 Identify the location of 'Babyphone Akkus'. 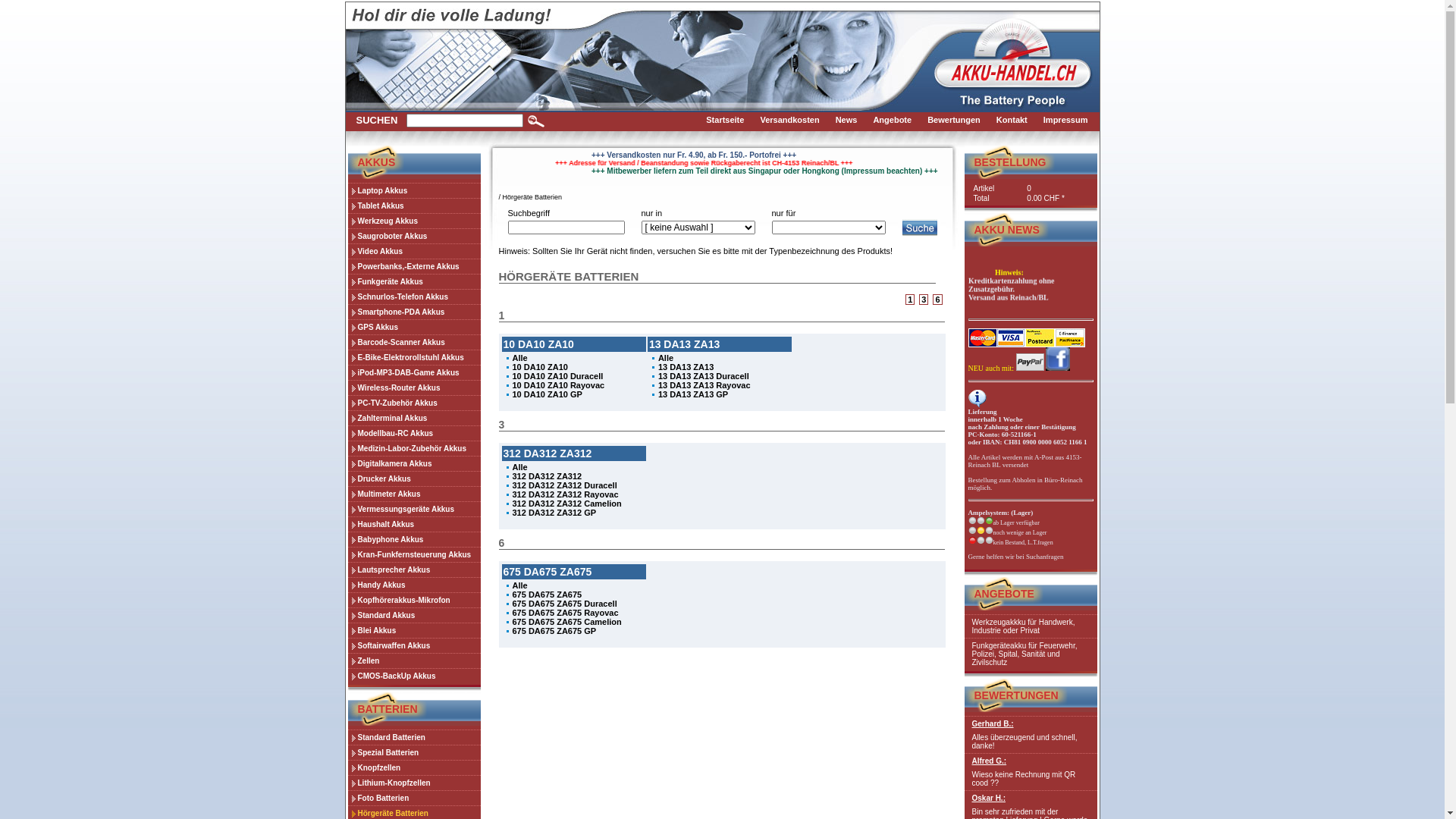
(413, 538).